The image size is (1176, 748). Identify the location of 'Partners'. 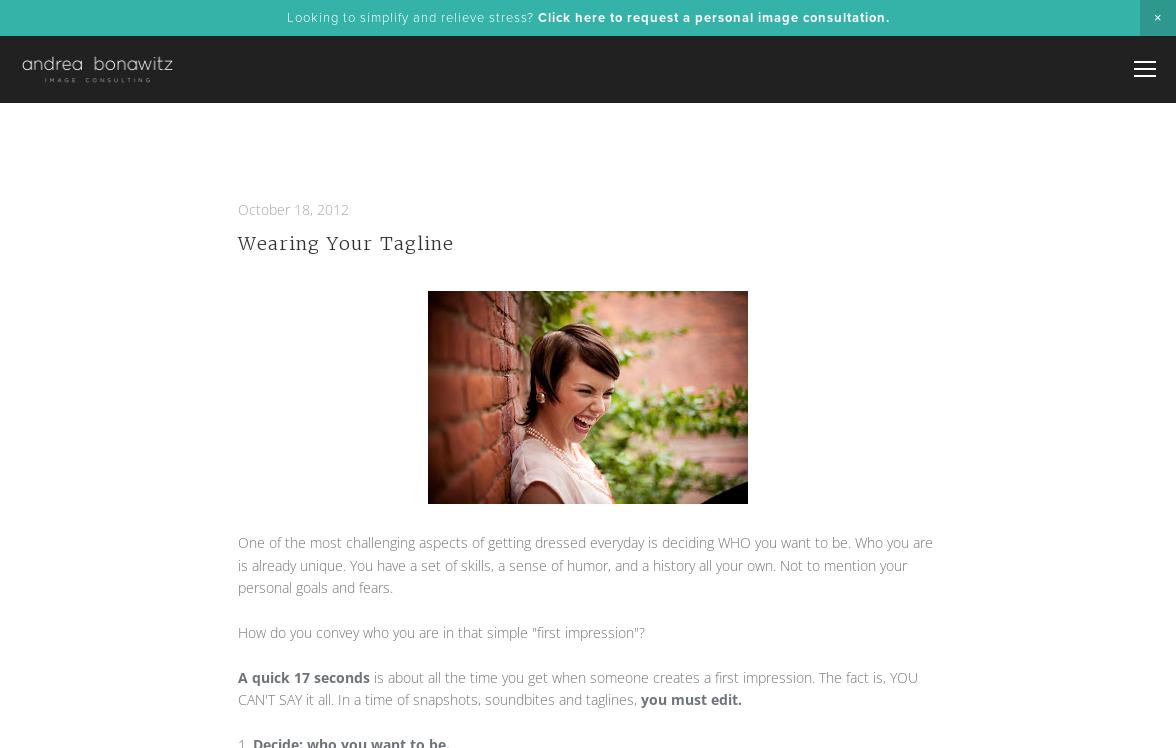
(989, 278).